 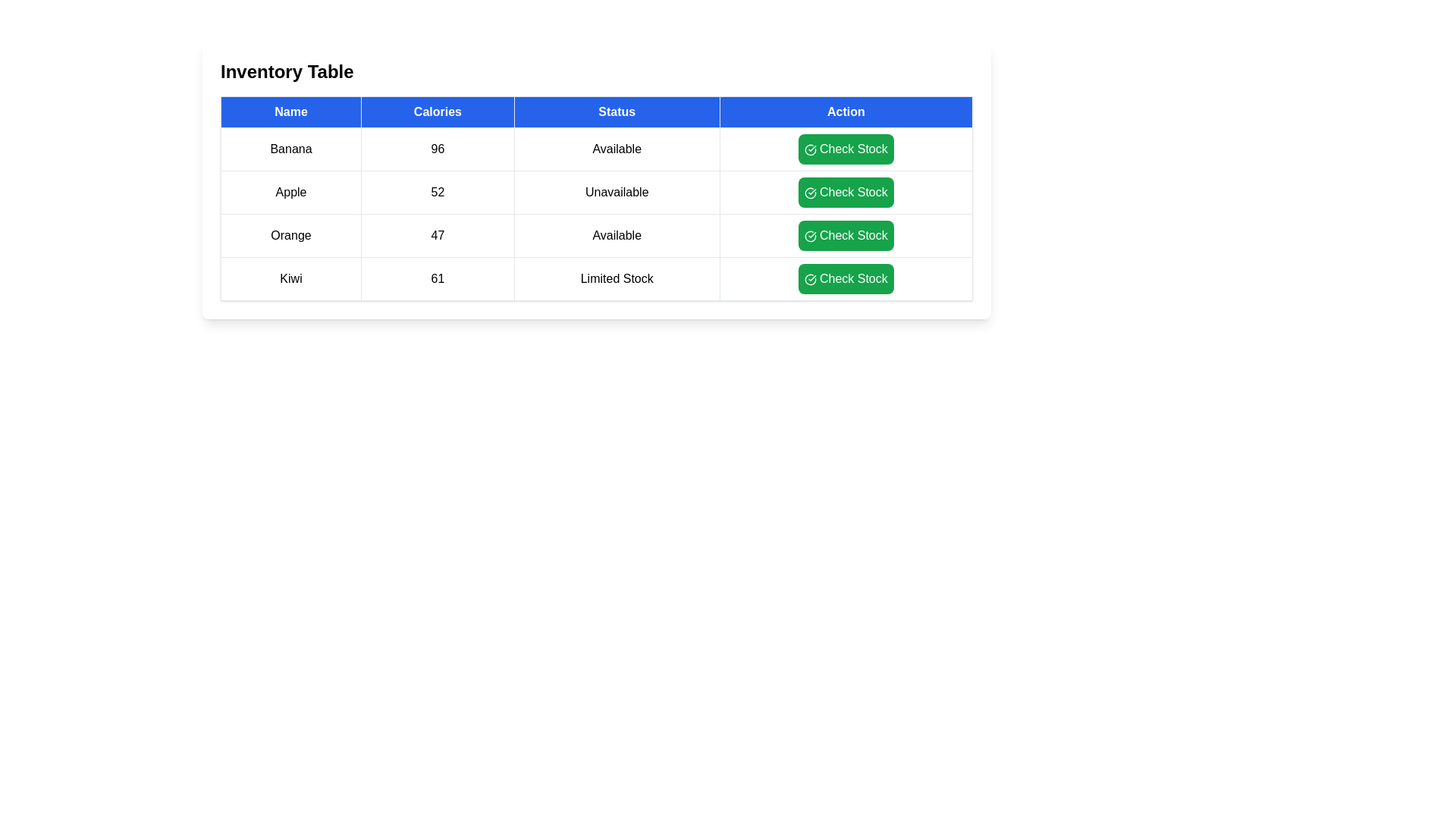 What do you see at coordinates (845, 192) in the screenshot?
I see `'Check Stock' button for the item Apple` at bounding box center [845, 192].